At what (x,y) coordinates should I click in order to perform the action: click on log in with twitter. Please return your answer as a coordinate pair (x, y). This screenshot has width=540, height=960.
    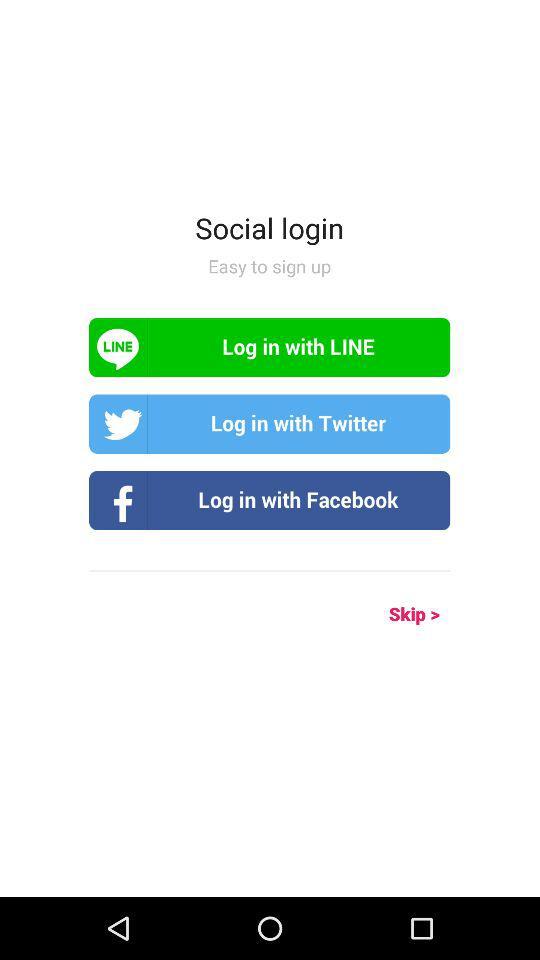
    Looking at the image, I should click on (269, 424).